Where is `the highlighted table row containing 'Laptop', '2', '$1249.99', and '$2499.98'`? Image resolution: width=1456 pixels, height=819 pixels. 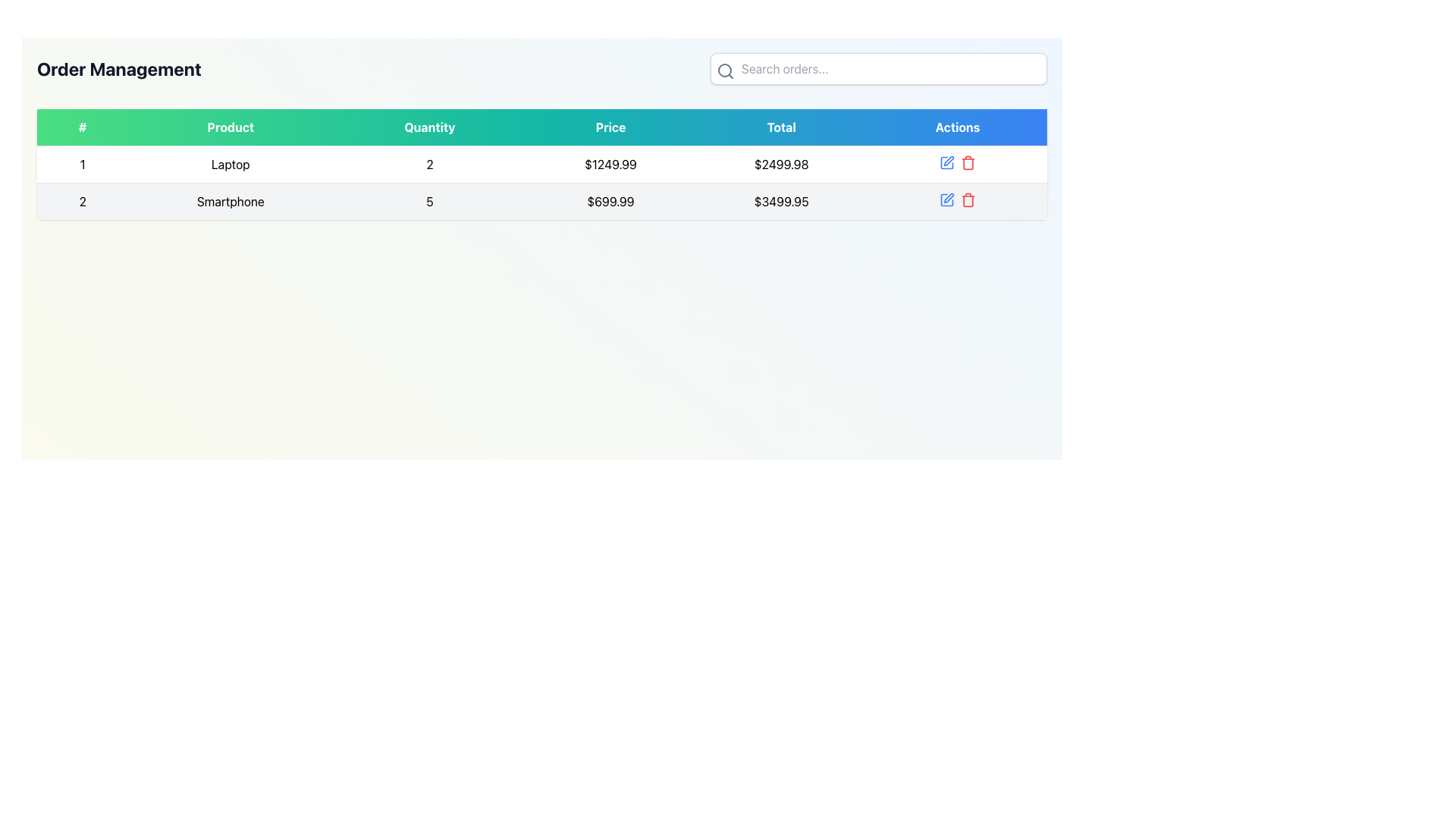
the highlighted table row containing 'Laptop', '2', '$1249.99', and '$2499.98' is located at coordinates (542, 164).